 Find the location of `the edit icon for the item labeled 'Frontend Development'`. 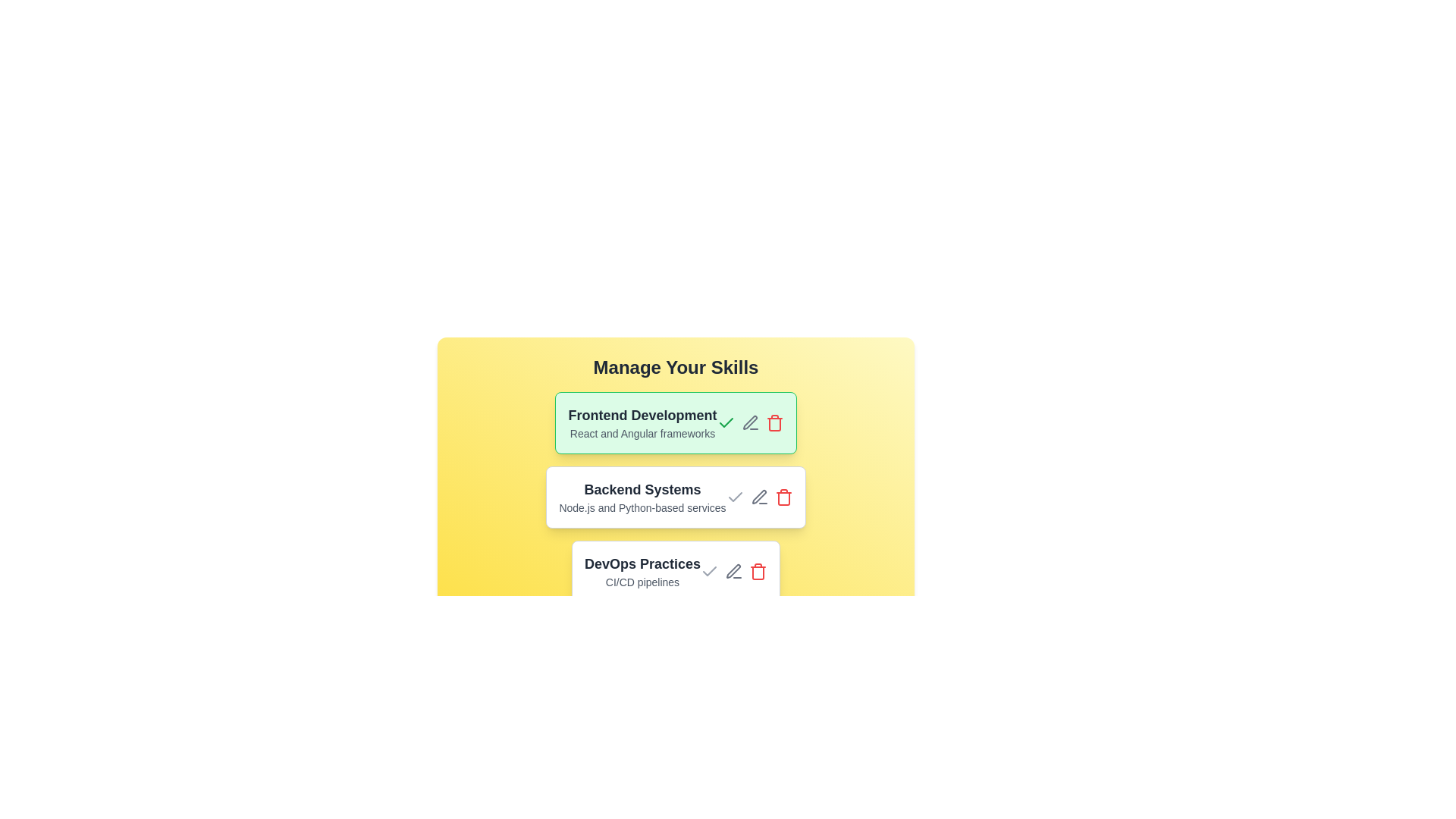

the edit icon for the item labeled 'Frontend Development' is located at coordinates (750, 423).